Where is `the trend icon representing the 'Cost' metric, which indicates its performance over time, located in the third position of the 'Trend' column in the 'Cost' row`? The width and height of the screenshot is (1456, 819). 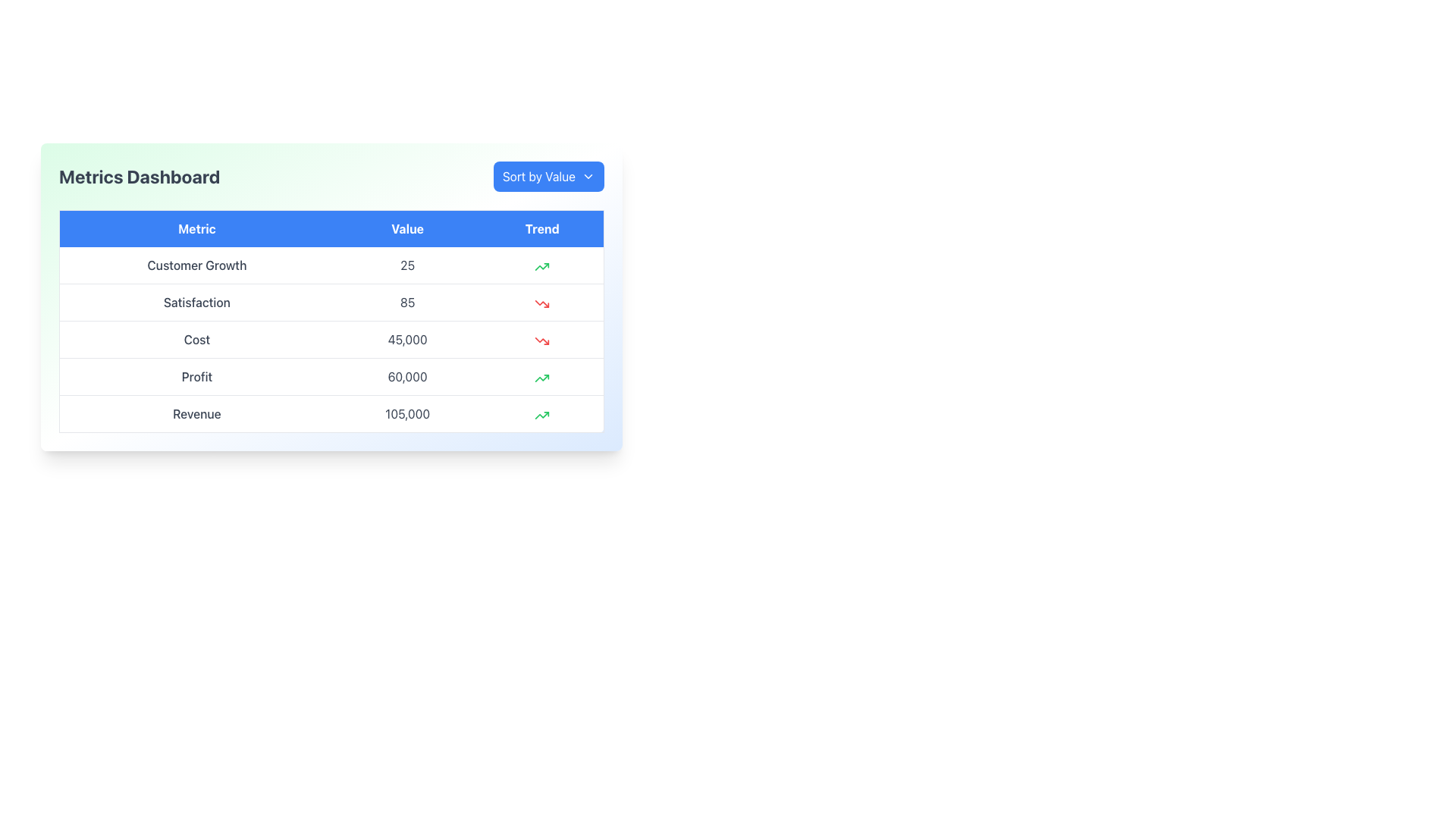 the trend icon representing the 'Cost' metric, which indicates its performance over time, located in the third position of the 'Trend' column in the 'Cost' row is located at coordinates (542, 338).